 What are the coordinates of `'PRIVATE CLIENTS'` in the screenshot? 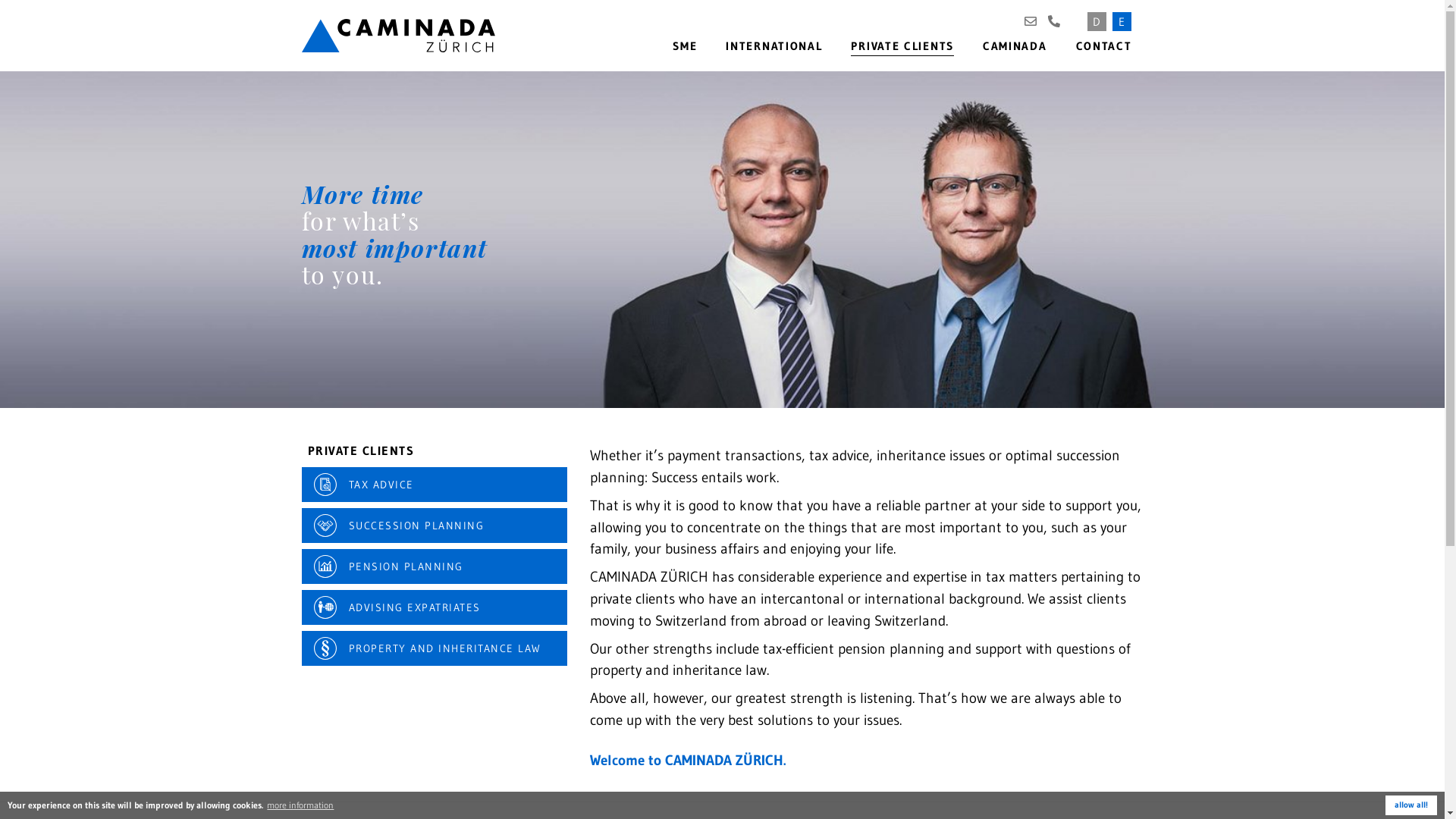 It's located at (902, 45).